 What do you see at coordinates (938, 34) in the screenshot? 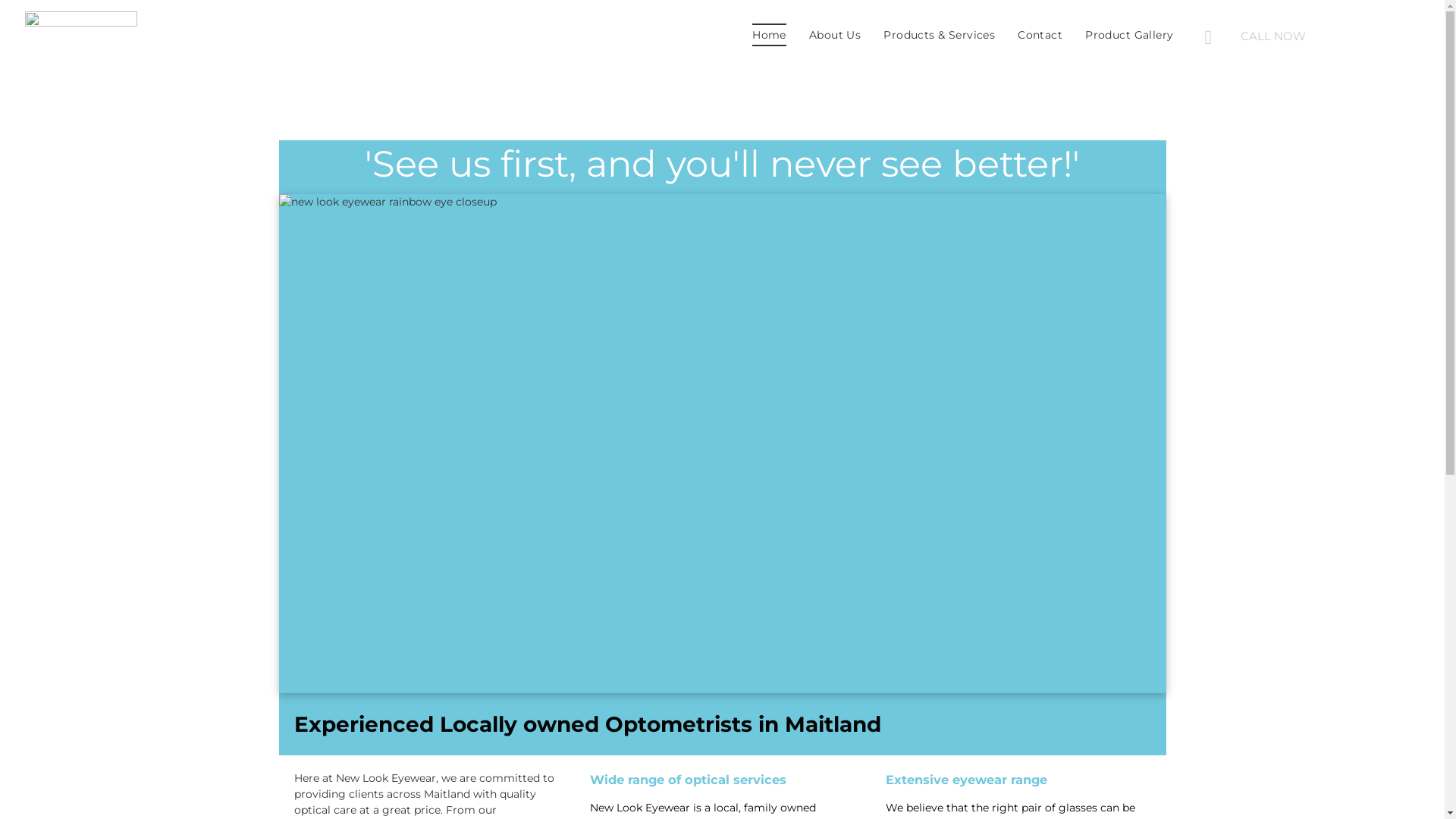
I see `'Products & Services'` at bounding box center [938, 34].